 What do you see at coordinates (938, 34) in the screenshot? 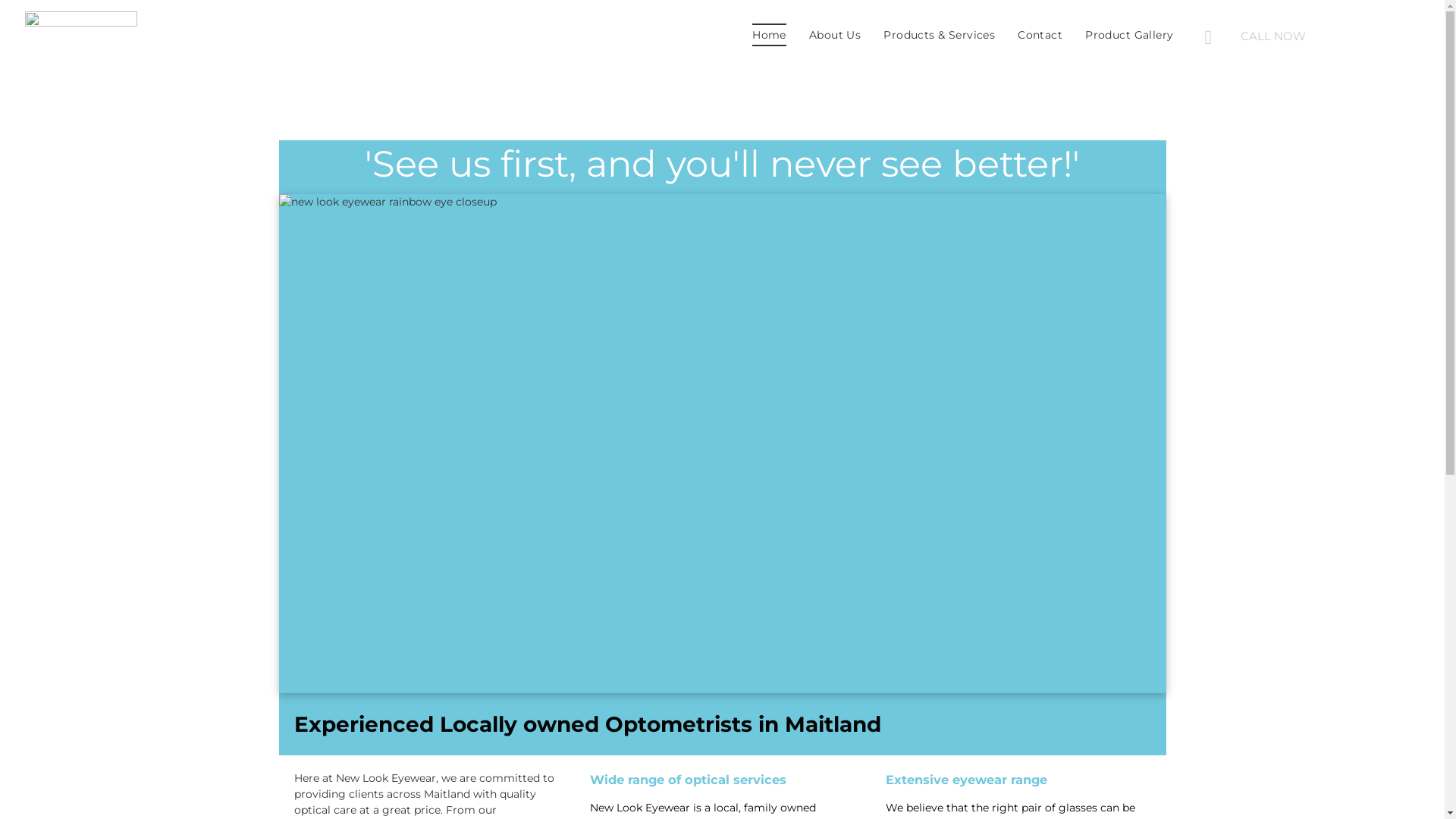
I see `'Products & Services'` at bounding box center [938, 34].